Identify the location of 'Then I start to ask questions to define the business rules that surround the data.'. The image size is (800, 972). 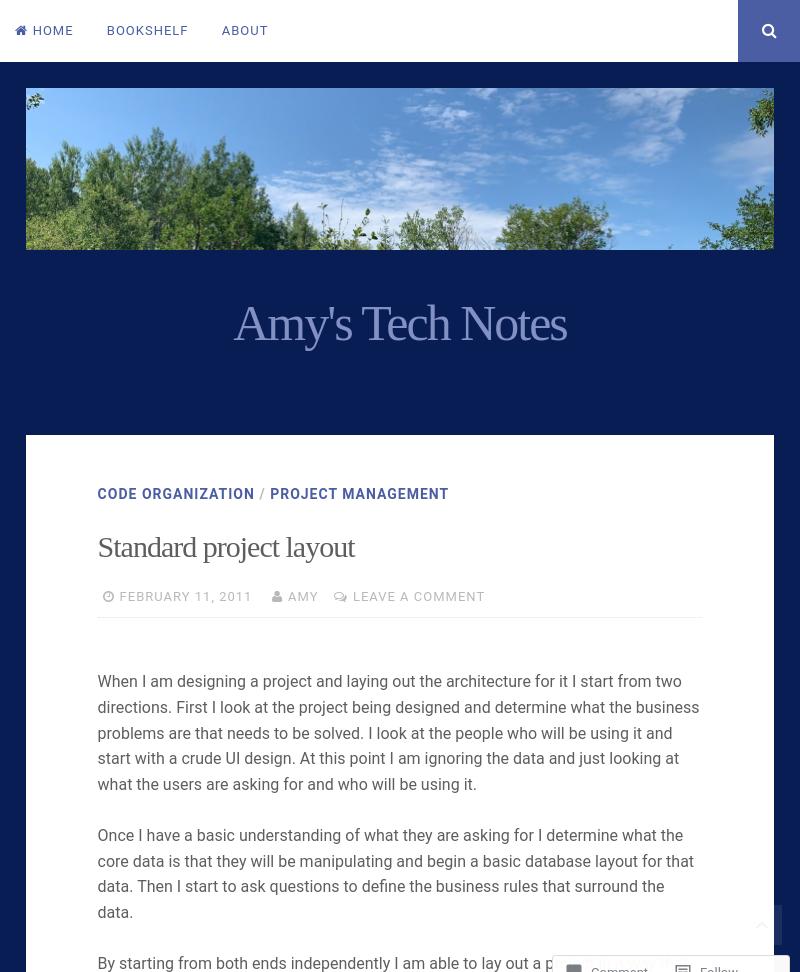
(96, 899).